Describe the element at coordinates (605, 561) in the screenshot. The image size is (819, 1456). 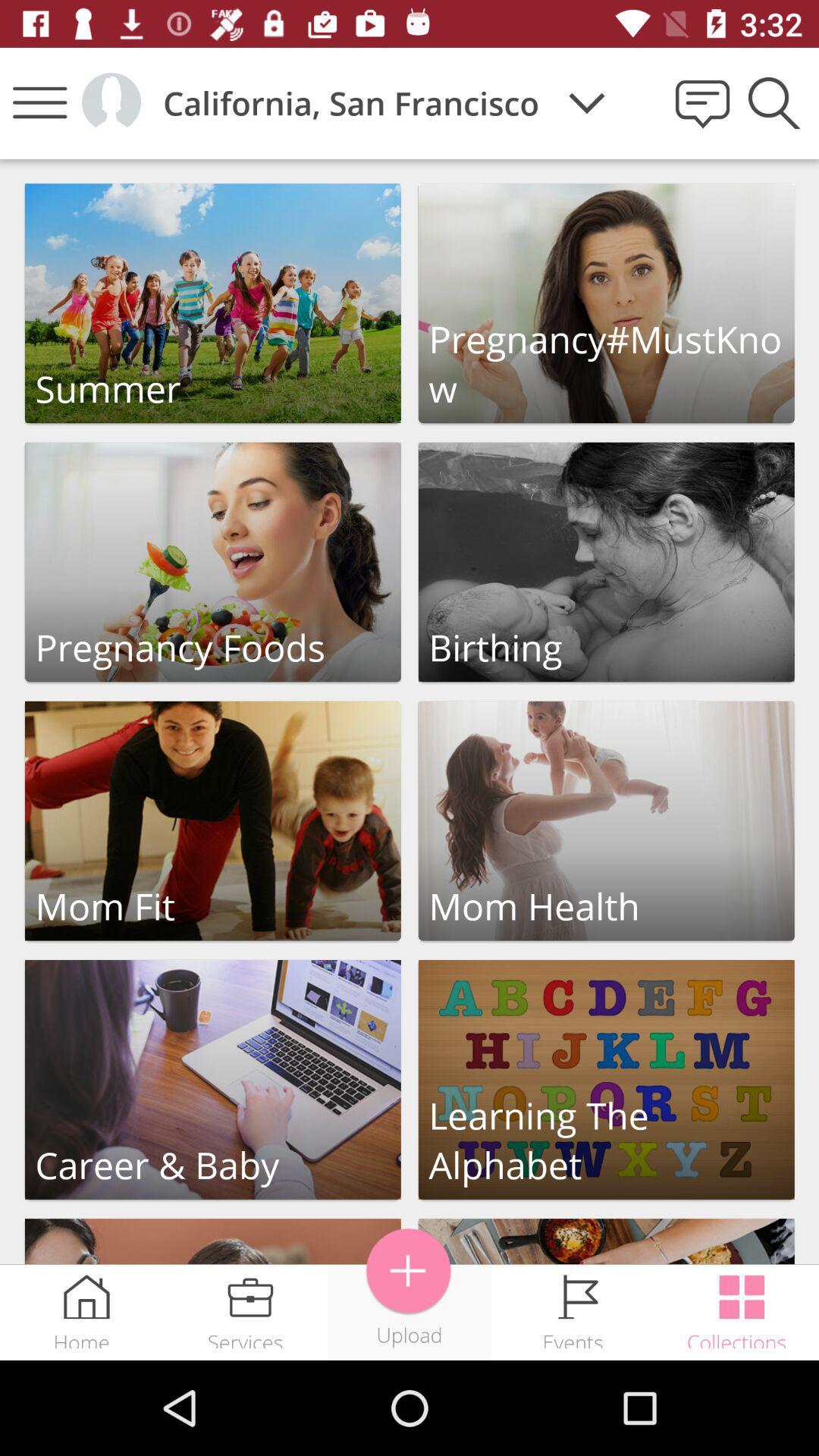
I see `learn about birthing` at that location.